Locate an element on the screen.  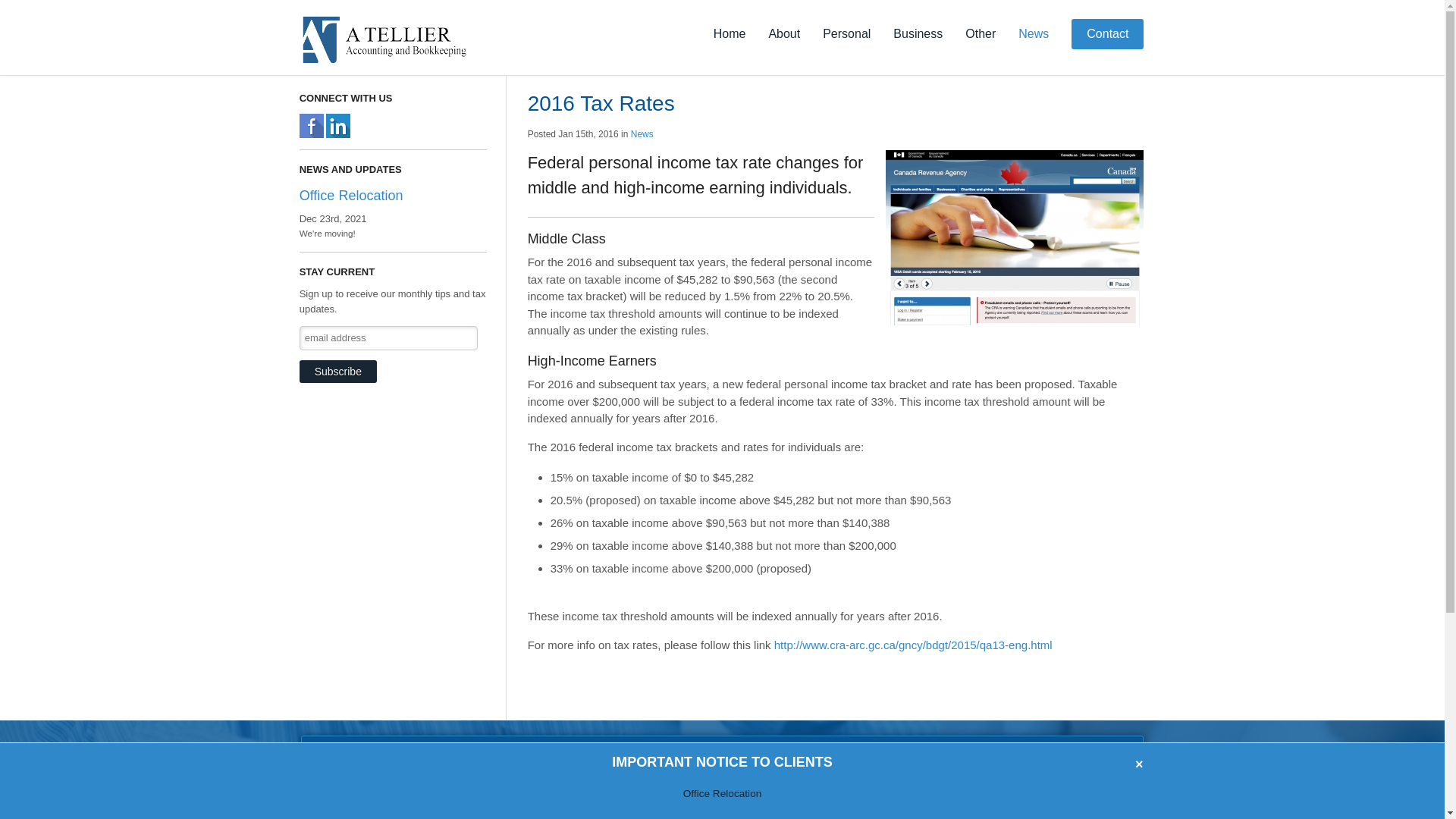
'News' is located at coordinates (1018, 34).